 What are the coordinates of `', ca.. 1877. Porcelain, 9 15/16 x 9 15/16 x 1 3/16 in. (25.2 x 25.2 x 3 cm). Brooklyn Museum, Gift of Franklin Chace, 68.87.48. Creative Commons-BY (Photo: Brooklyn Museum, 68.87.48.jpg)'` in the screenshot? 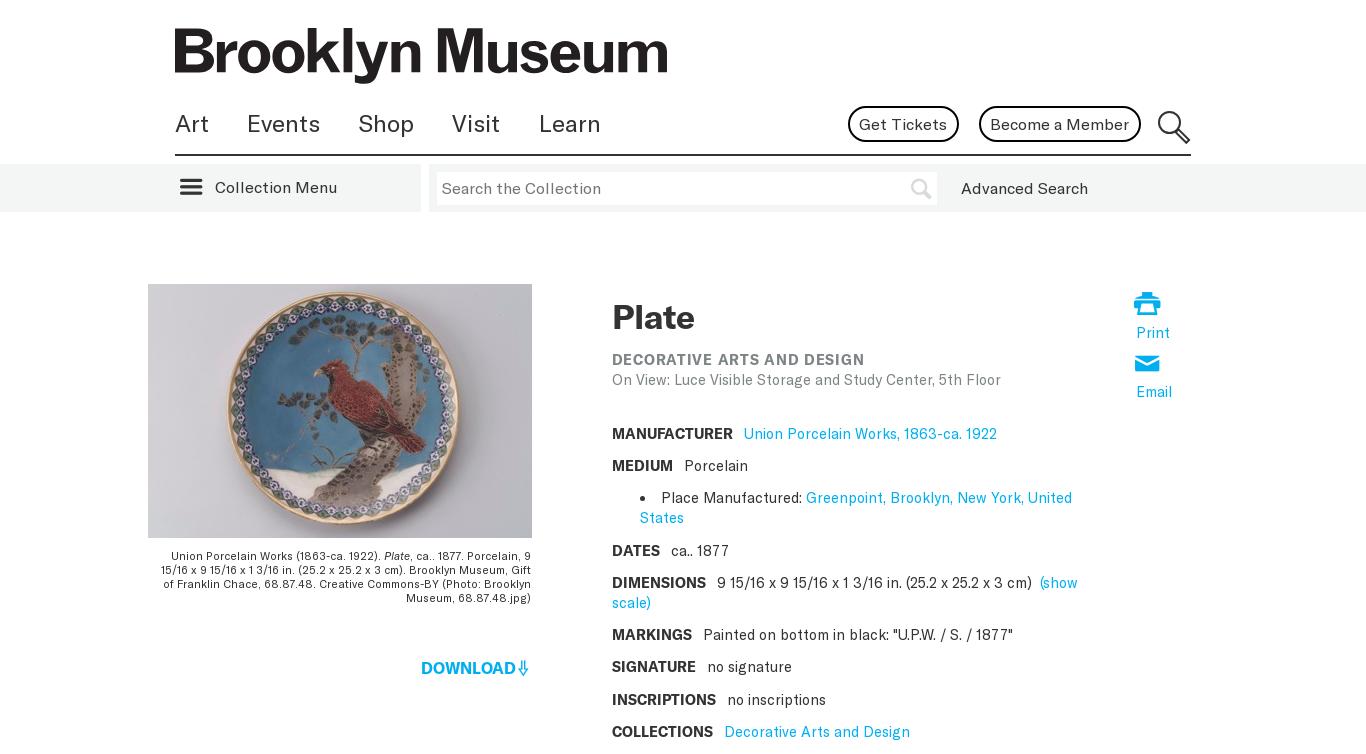 It's located at (344, 576).